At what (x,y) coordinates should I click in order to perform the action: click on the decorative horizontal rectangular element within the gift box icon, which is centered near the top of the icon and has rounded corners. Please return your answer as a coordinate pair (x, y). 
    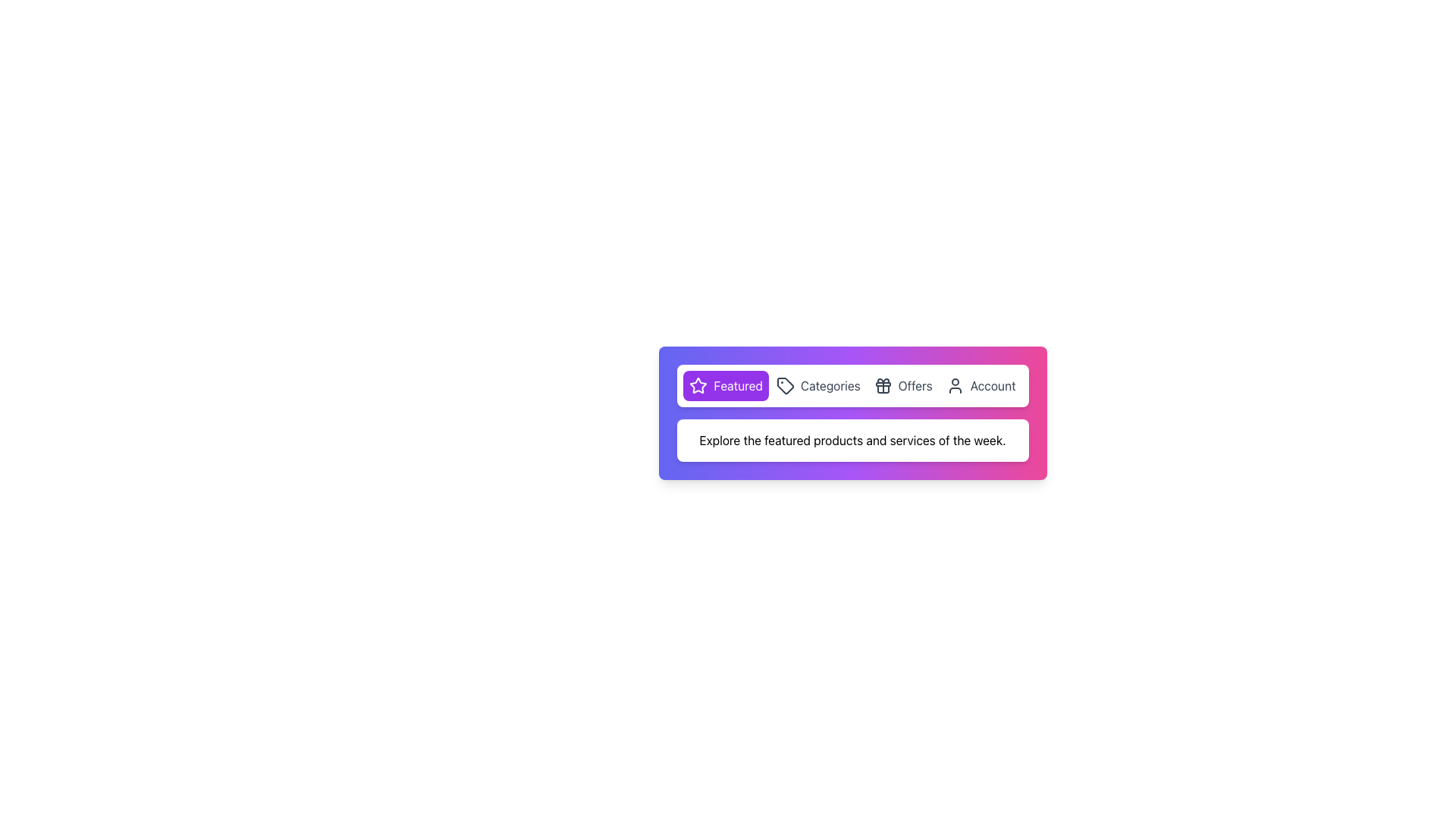
    Looking at the image, I should click on (883, 383).